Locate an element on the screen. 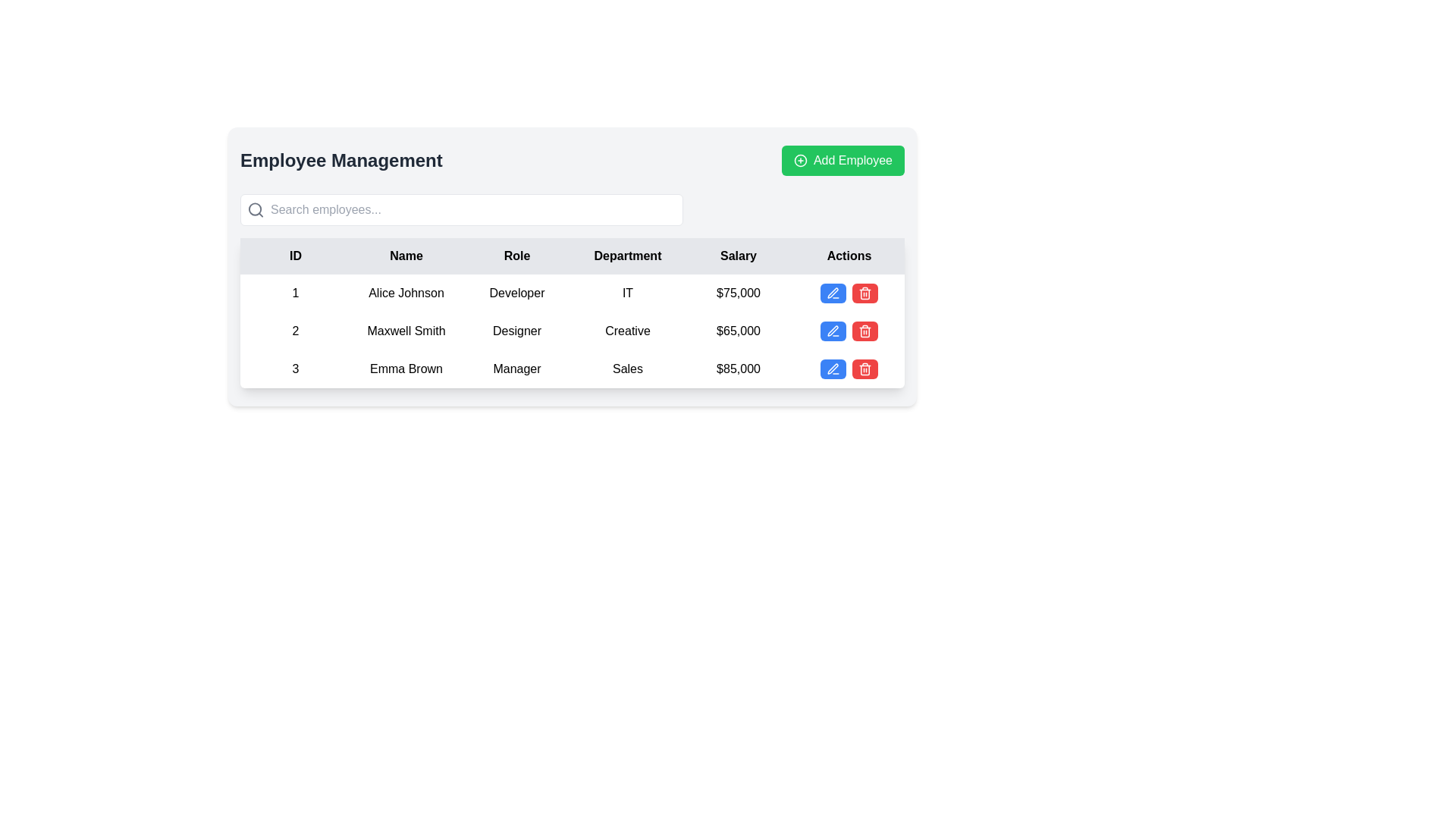  the delete icon inside the red button located in the last column of the third row, corresponding to the employee record for Emma Brown is located at coordinates (865, 369).